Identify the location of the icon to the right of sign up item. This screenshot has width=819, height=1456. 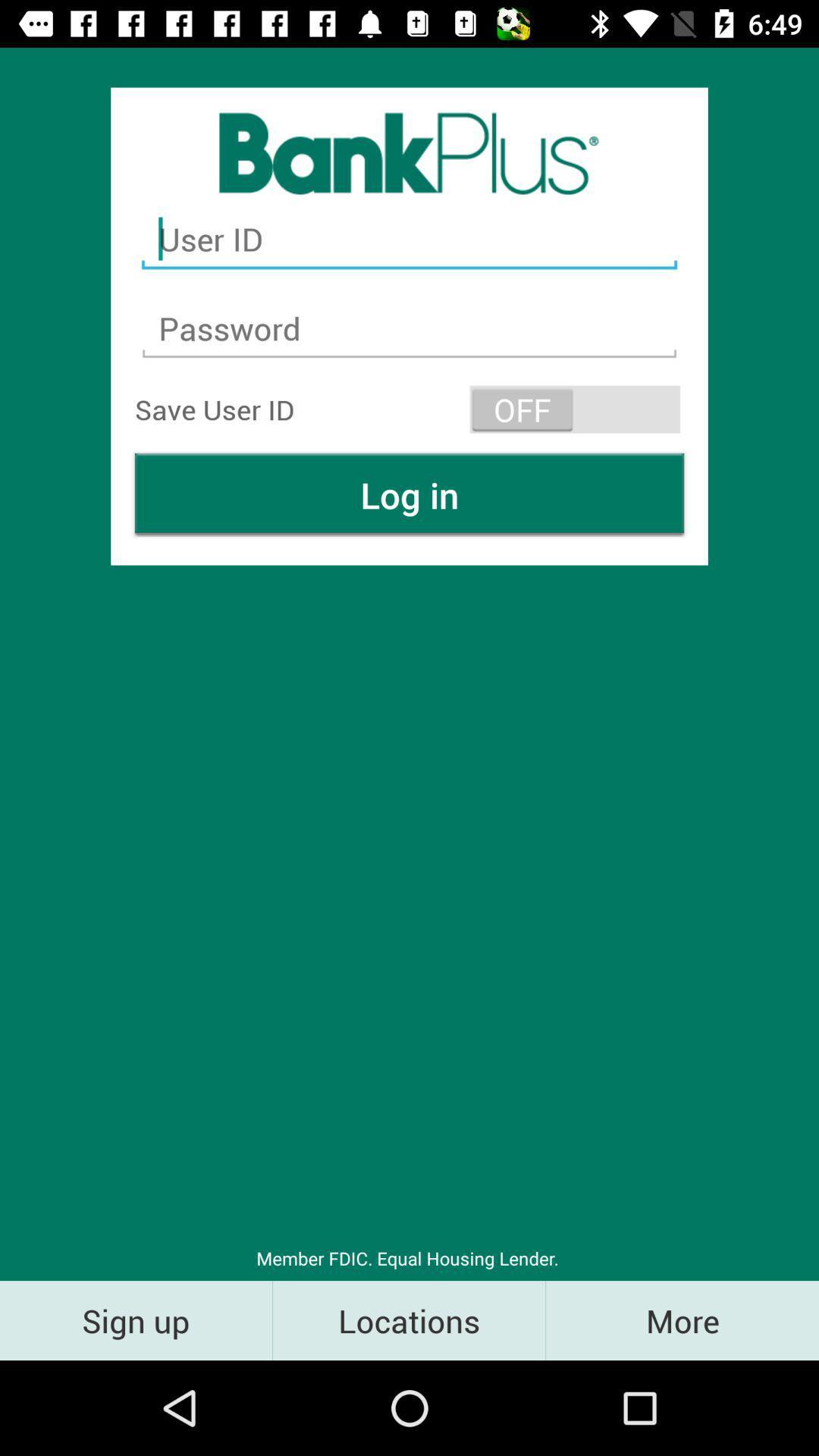
(408, 1319).